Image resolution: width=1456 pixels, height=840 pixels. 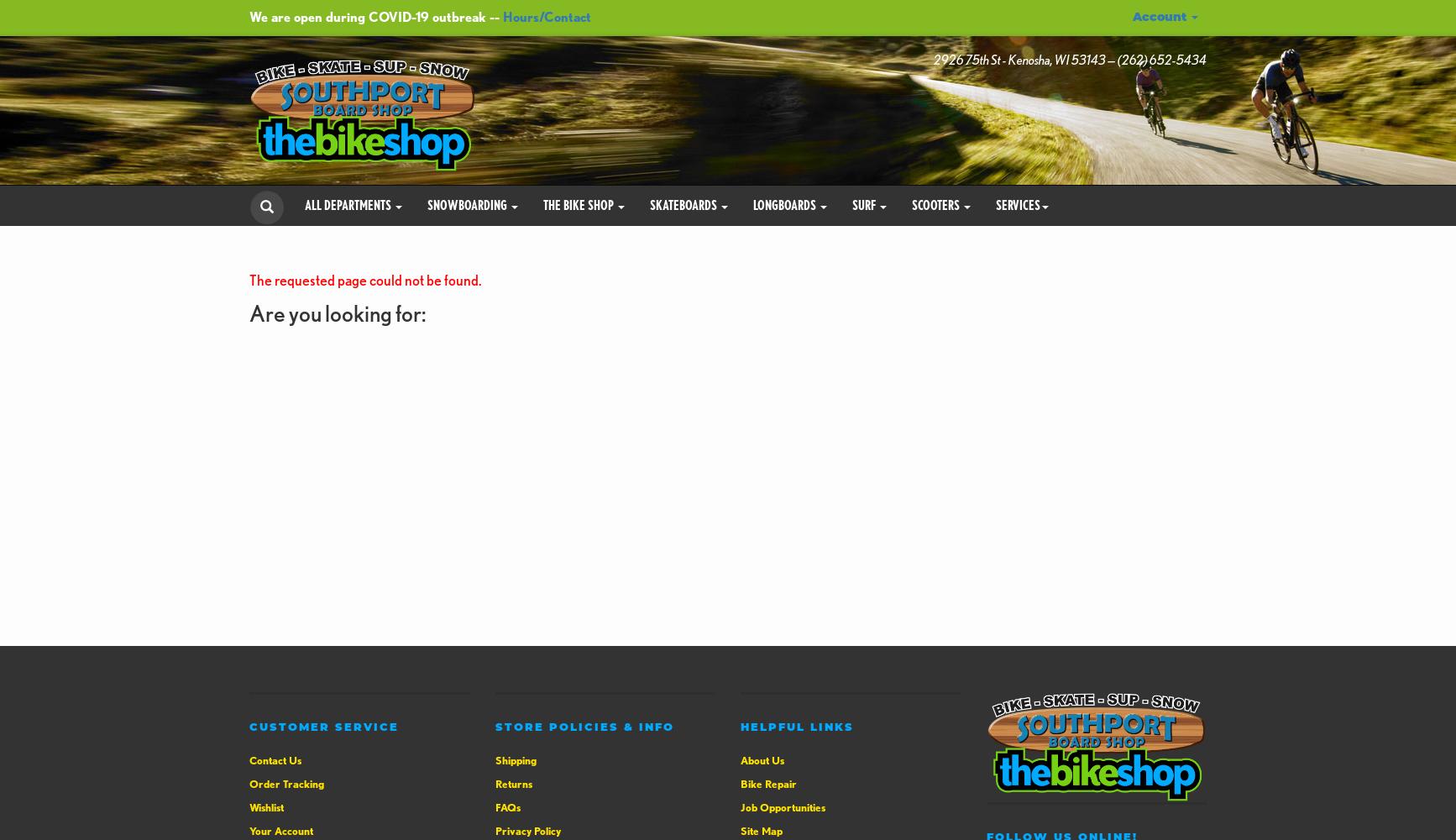 What do you see at coordinates (494, 759) in the screenshot?
I see `'Shipping'` at bounding box center [494, 759].